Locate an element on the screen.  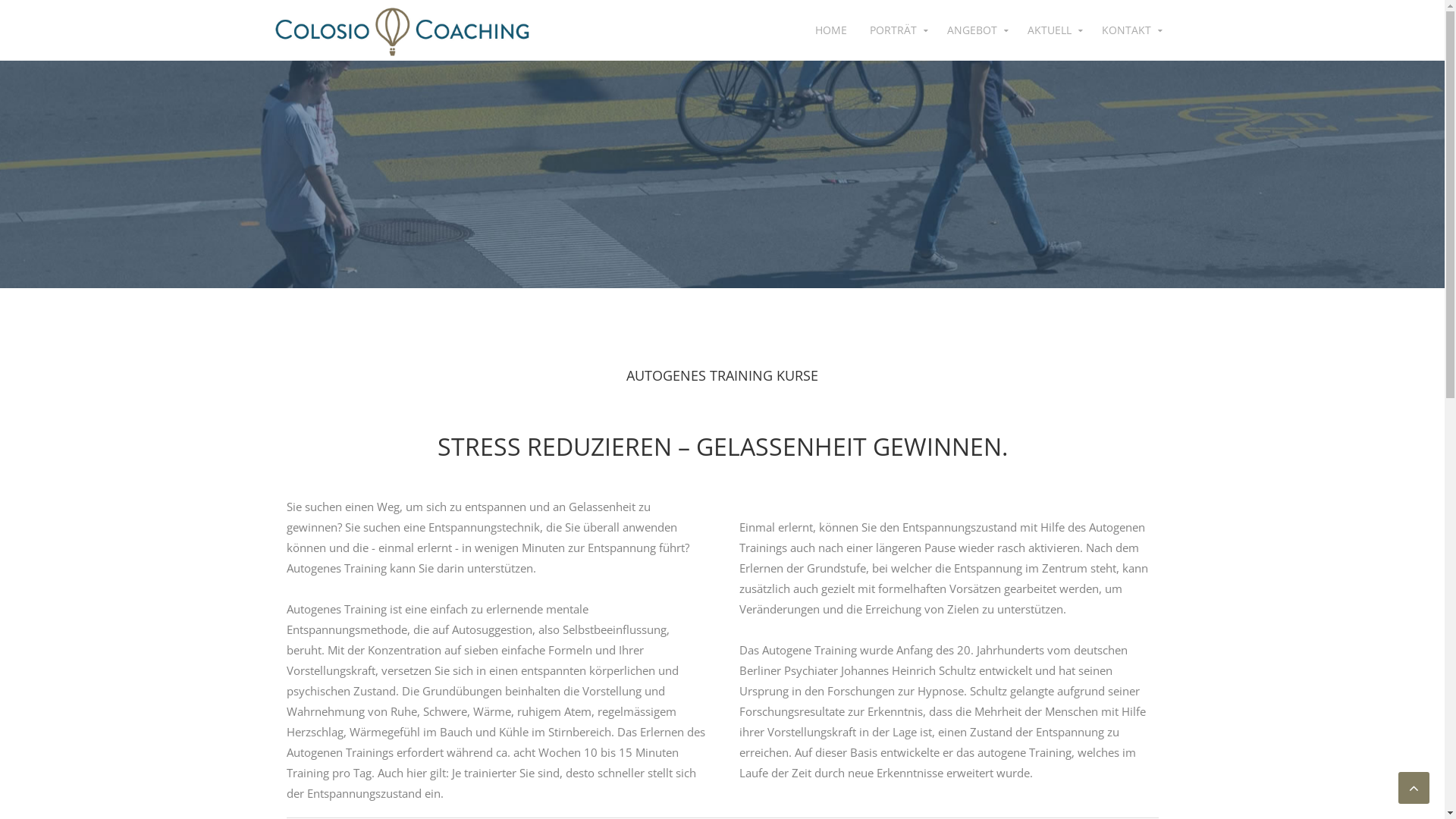
'KONTAKT' is located at coordinates (1090, 30).